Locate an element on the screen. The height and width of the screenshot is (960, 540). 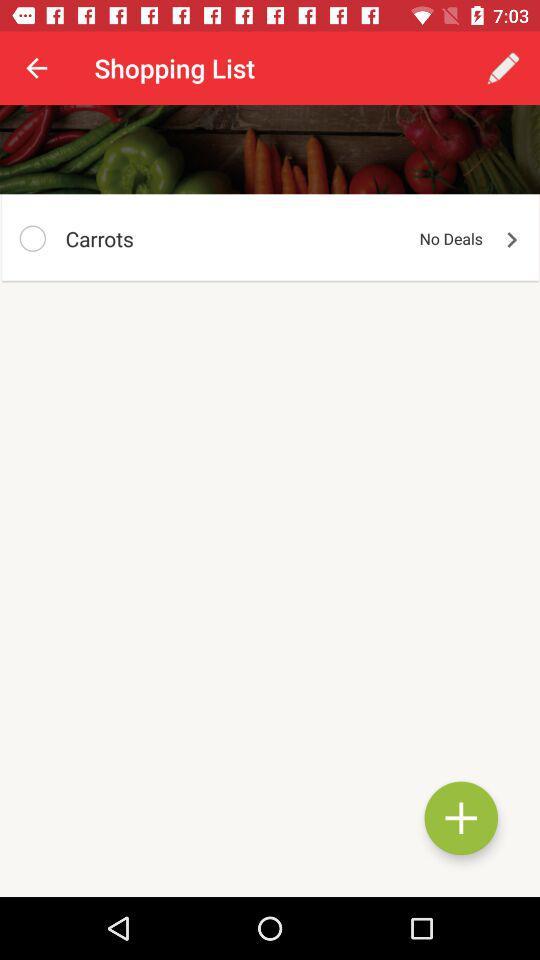
the add icon is located at coordinates (461, 818).